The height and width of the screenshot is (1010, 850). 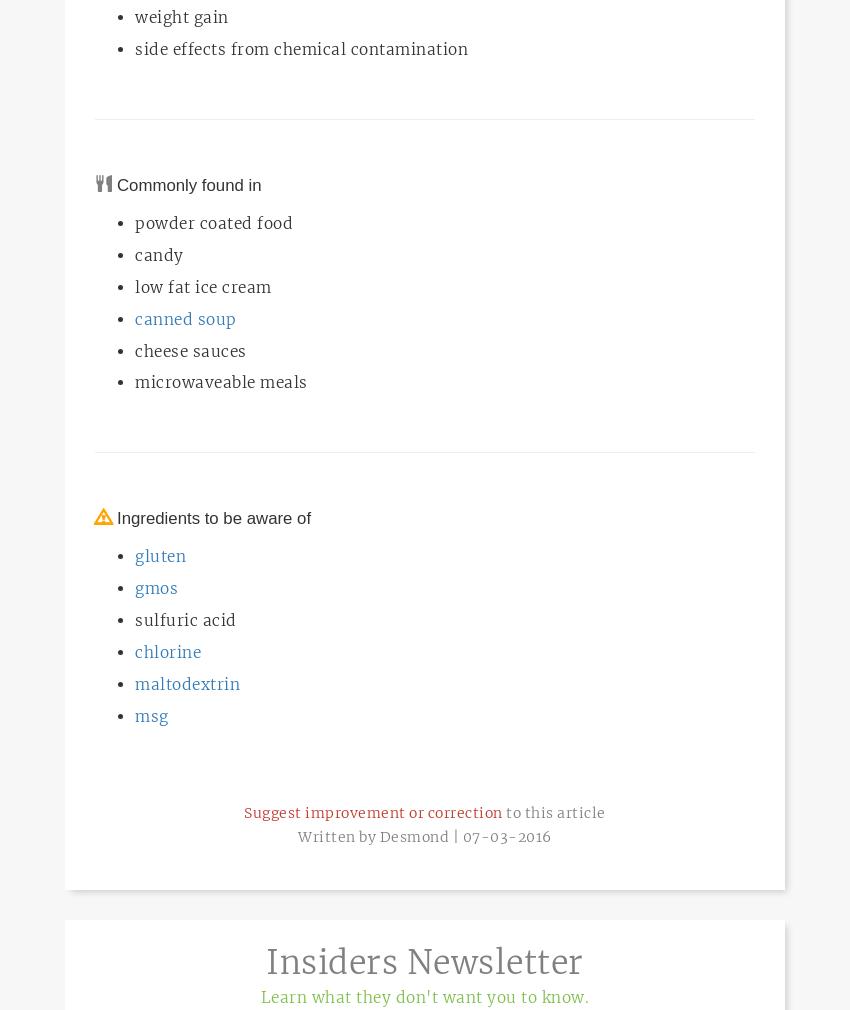 What do you see at coordinates (184, 618) in the screenshot?
I see `'sulfuric acid'` at bounding box center [184, 618].